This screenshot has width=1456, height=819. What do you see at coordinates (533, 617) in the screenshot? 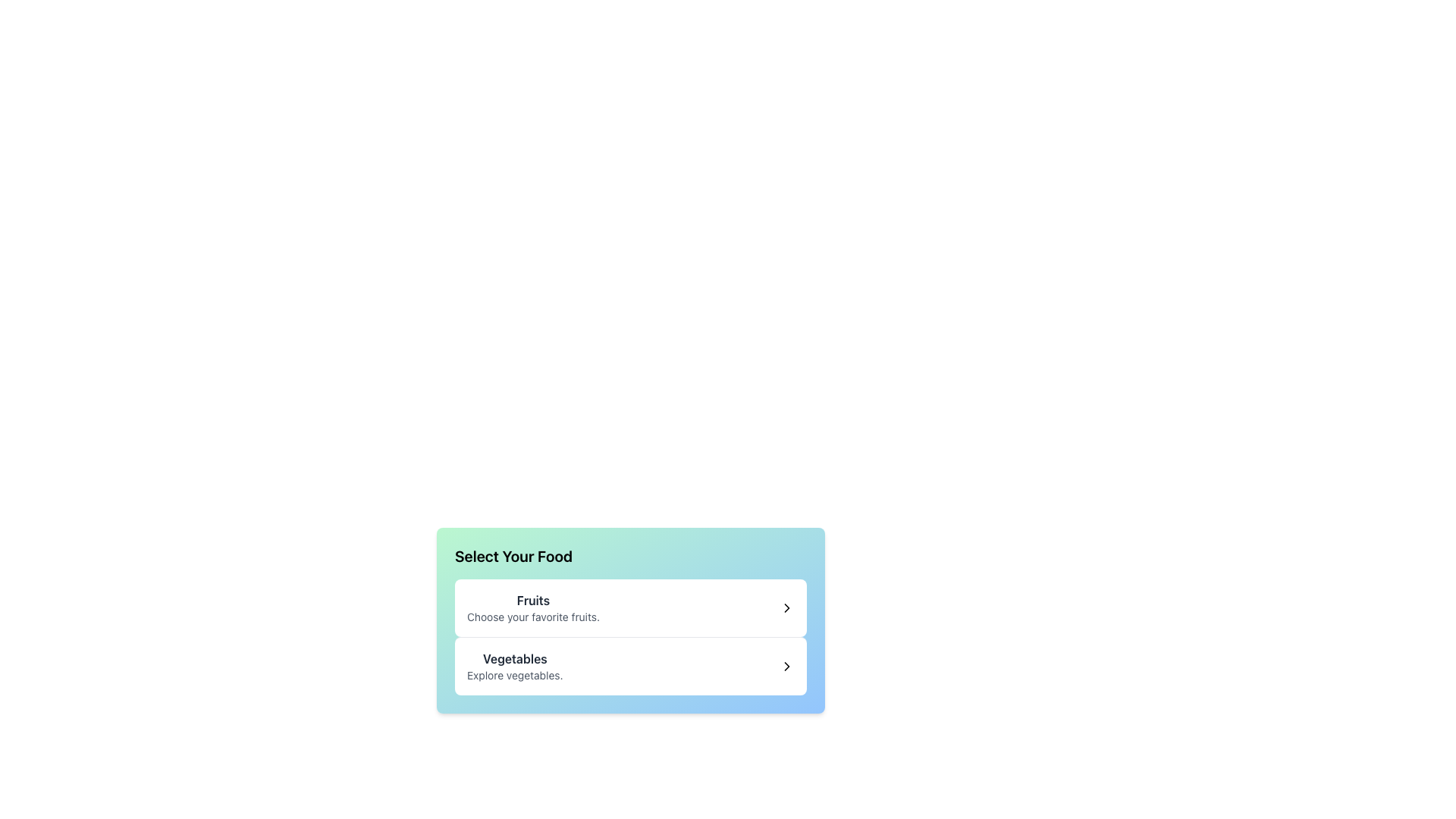
I see `the static text providing explanatory information about the 'Fruits' label in the 'Select Your Food' section` at bounding box center [533, 617].